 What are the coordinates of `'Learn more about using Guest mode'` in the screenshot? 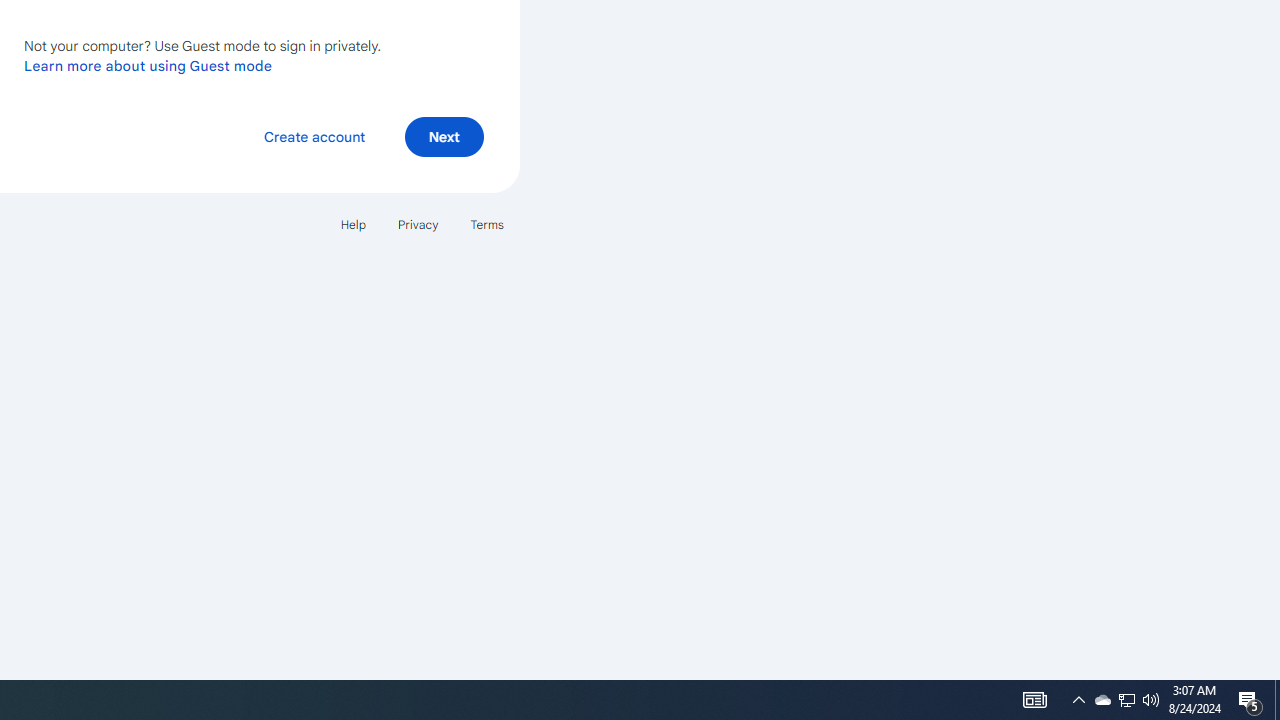 It's located at (147, 64).